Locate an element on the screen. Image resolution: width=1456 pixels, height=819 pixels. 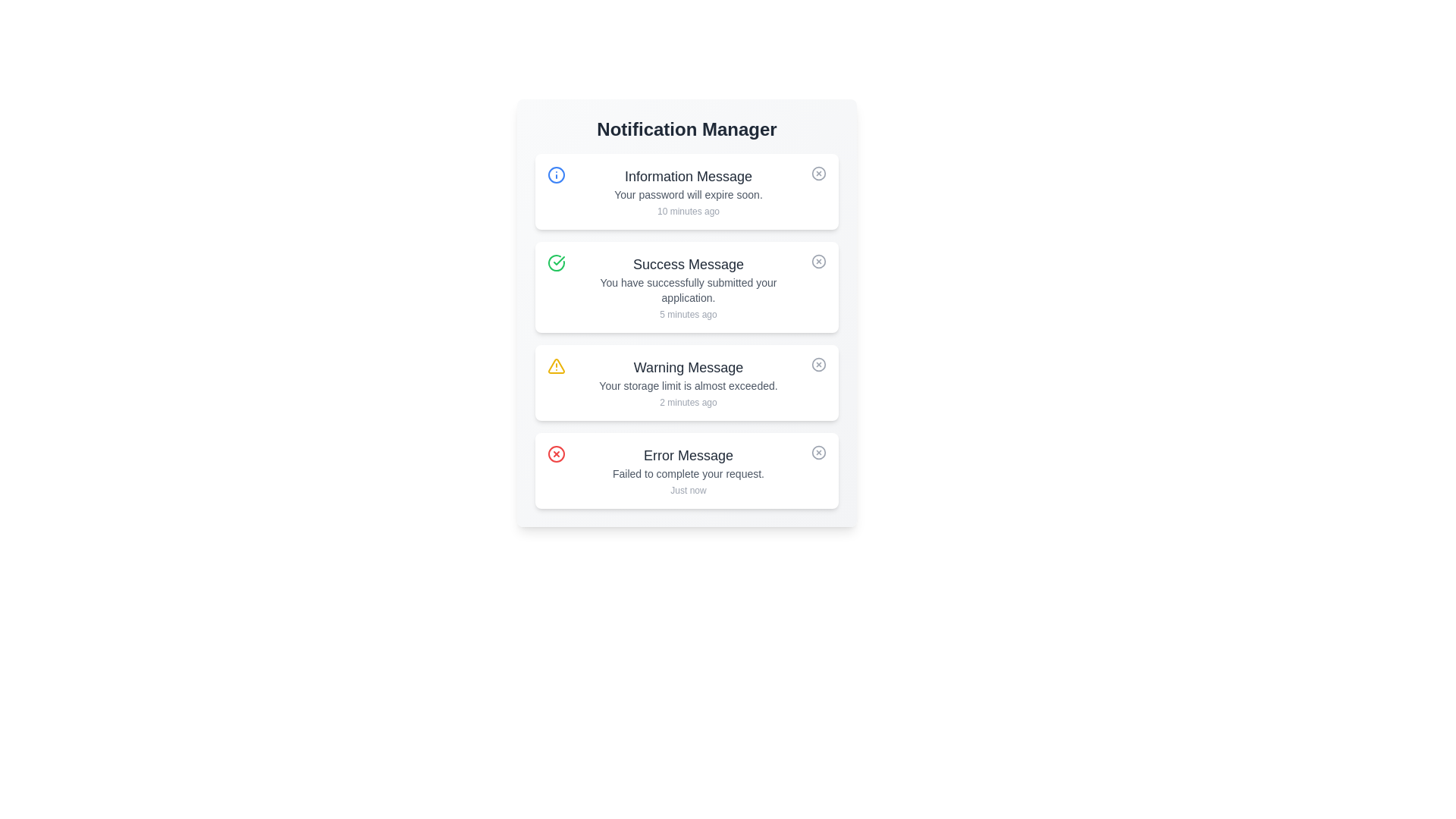
the text label that displays the elapsed time since the related notification was generated, located within the 'Warning Message' notification box is located at coordinates (687, 402).